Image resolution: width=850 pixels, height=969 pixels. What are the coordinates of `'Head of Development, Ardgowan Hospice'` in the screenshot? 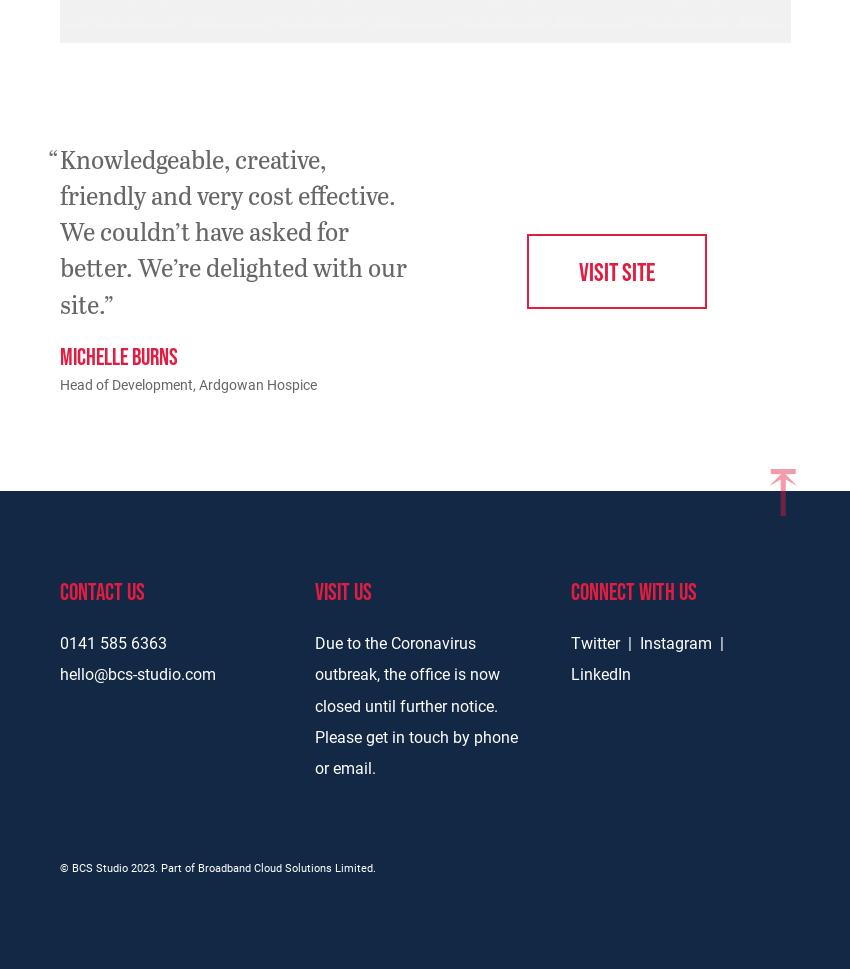 It's located at (186, 384).